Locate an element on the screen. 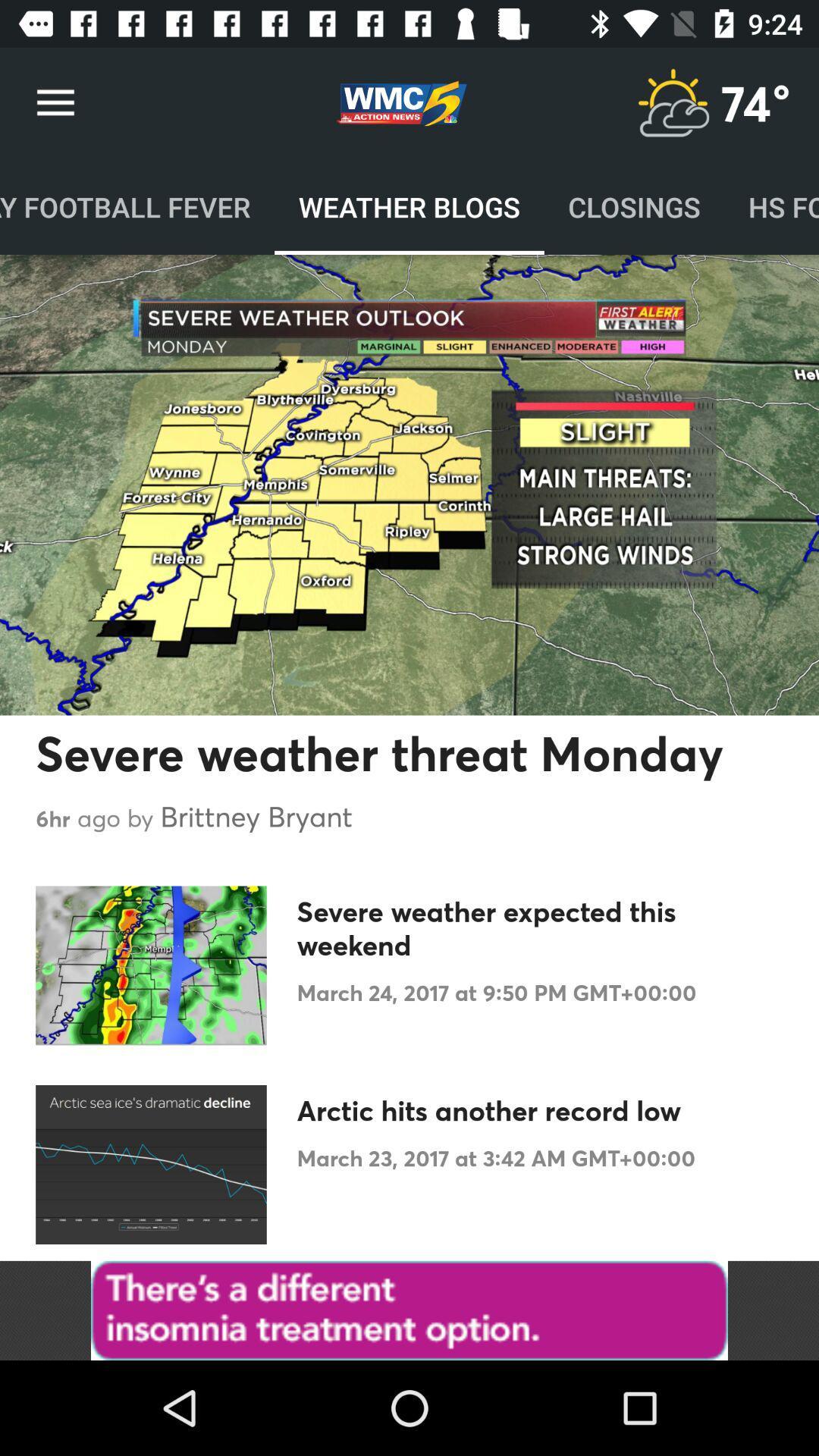 This screenshot has width=819, height=1456. advertisement is located at coordinates (409, 1310).